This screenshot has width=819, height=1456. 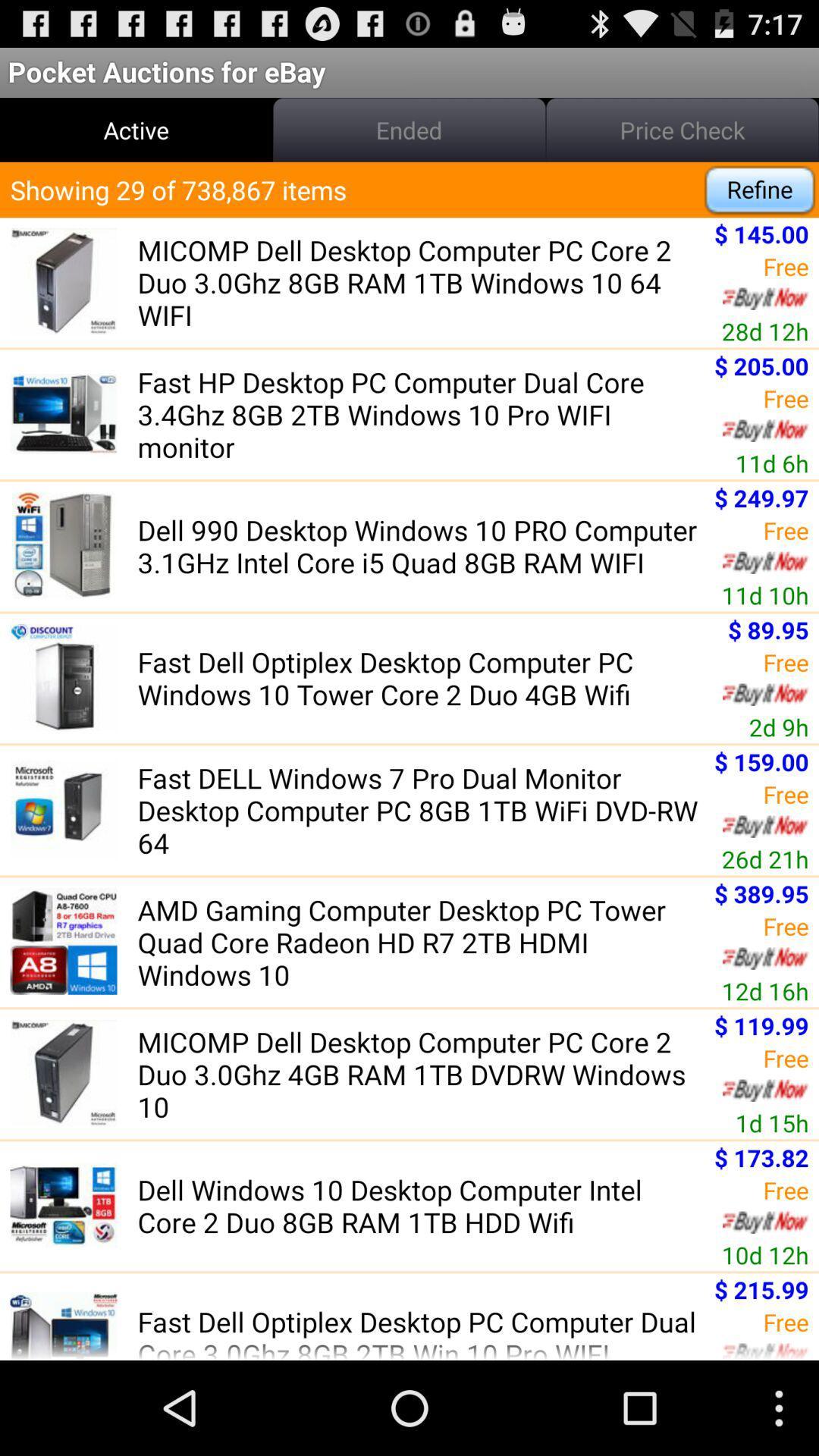 I want to click on amd gaming computer, so click(x=421, y=941).